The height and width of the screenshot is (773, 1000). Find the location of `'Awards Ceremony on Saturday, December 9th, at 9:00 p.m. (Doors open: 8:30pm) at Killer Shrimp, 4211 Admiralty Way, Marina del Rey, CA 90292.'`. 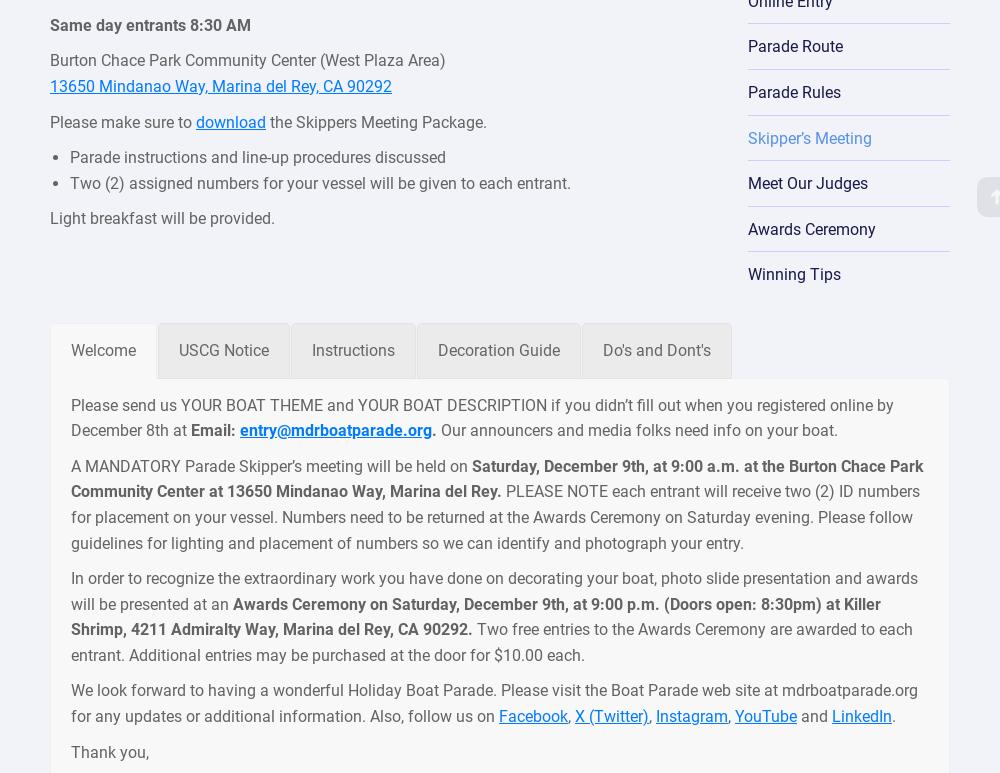

'Awards Ceremony on Saturday, December 9th, at 9:00 p.m. (Doors open: 8:30pm) at Killer Shrimp, 4211 Admiralty Way, Marina del Rey, CA 90292.' is located at coordinates (475, 615).